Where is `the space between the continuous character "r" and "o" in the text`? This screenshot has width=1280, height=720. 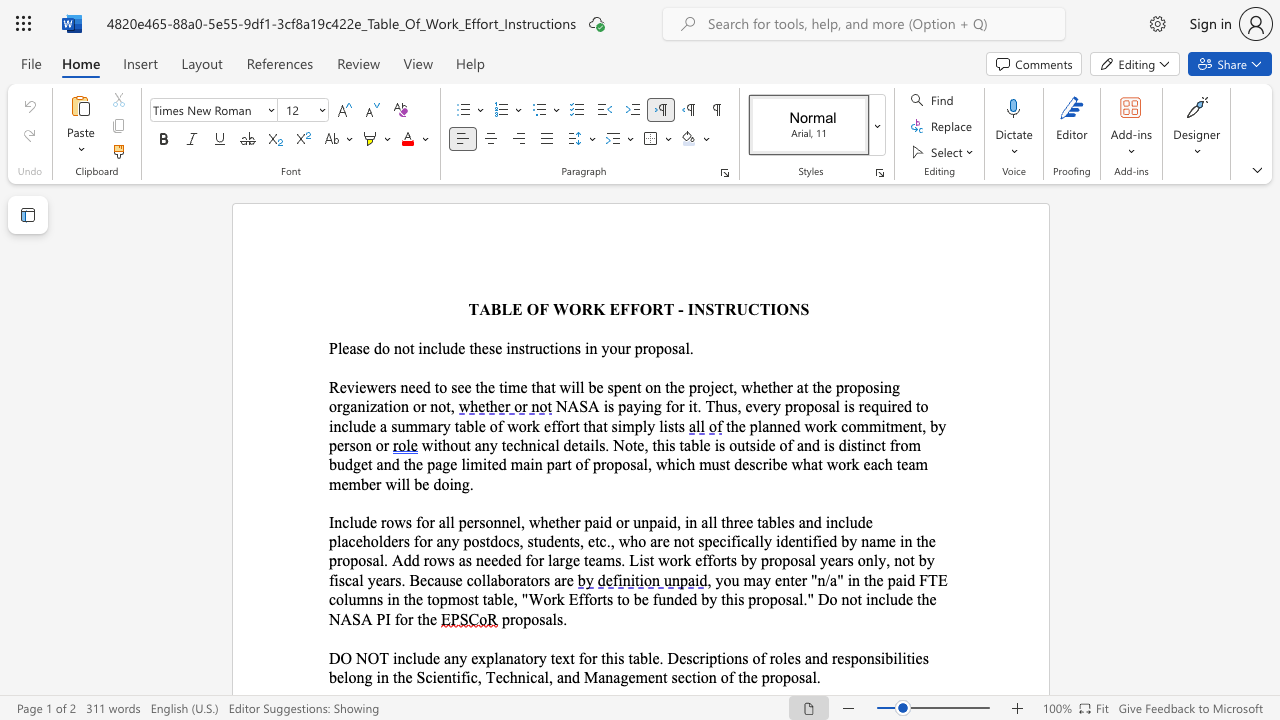
the space between the continuous character "r" and "o" in the text is located at coordinates (648, 347).